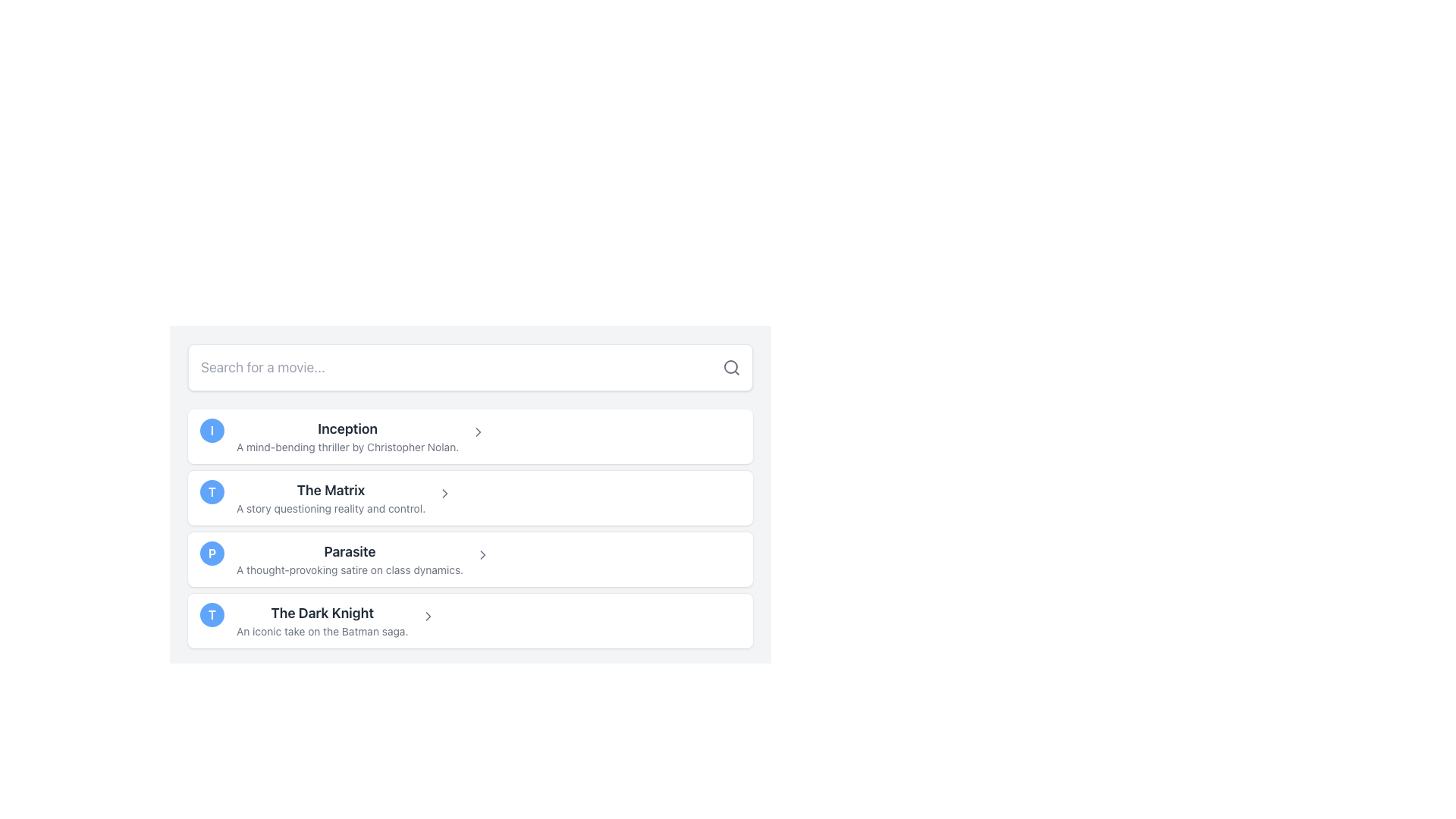 Image resolution: width=1456 pixels, height=819 pixels. Describe the element at coordinates (322, 632) in the screenshot. I see `description of the movie 'The Dark Knight' located in the fourth position of the vertical list beneath its title` at that location.